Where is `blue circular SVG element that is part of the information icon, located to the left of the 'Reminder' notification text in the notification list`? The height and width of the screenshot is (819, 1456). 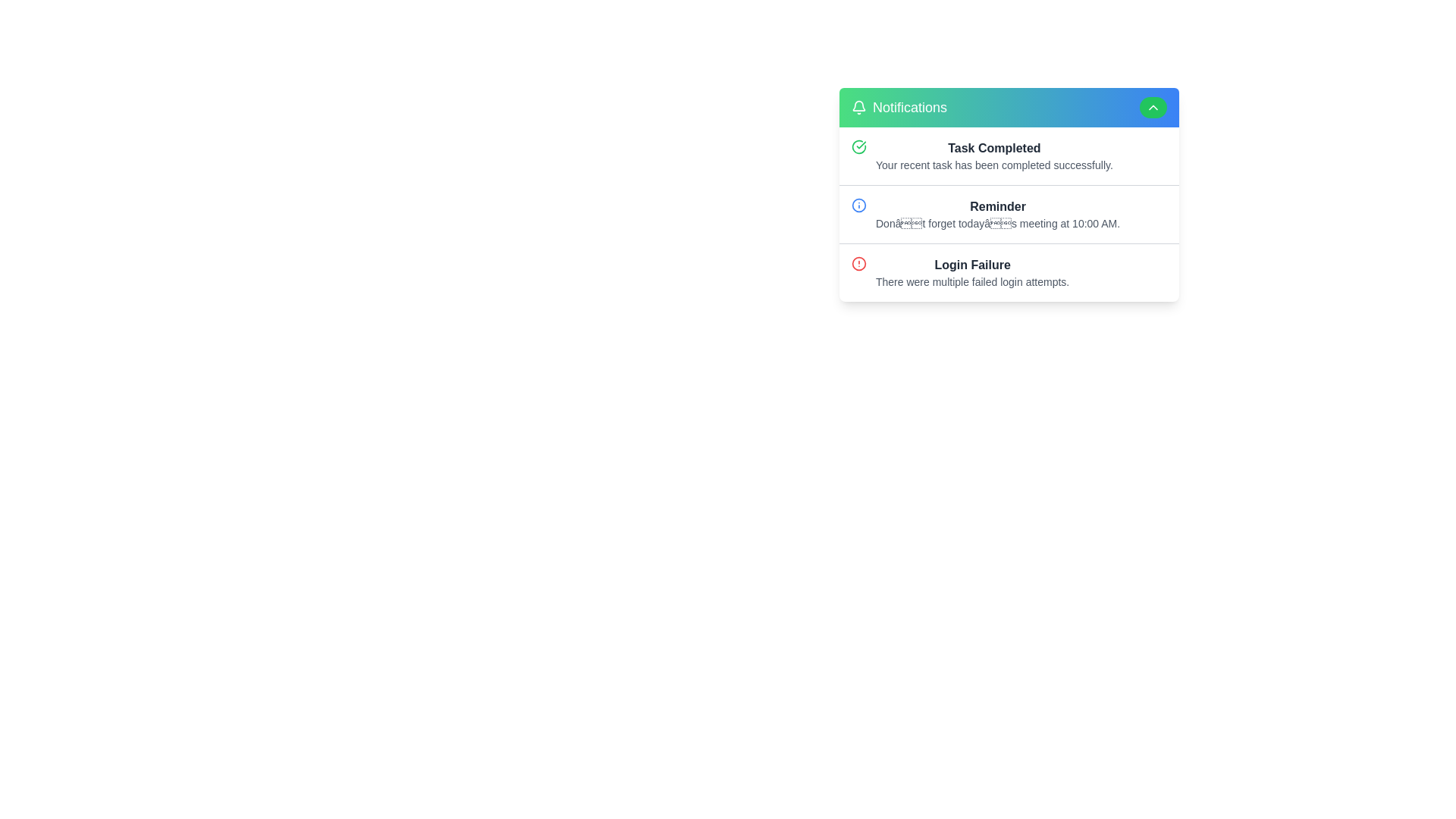
blue circular SVG element that is part of the information icon, located to the left of the 'Reminder' notification text in the notification list is located at coordinates (858, 205).